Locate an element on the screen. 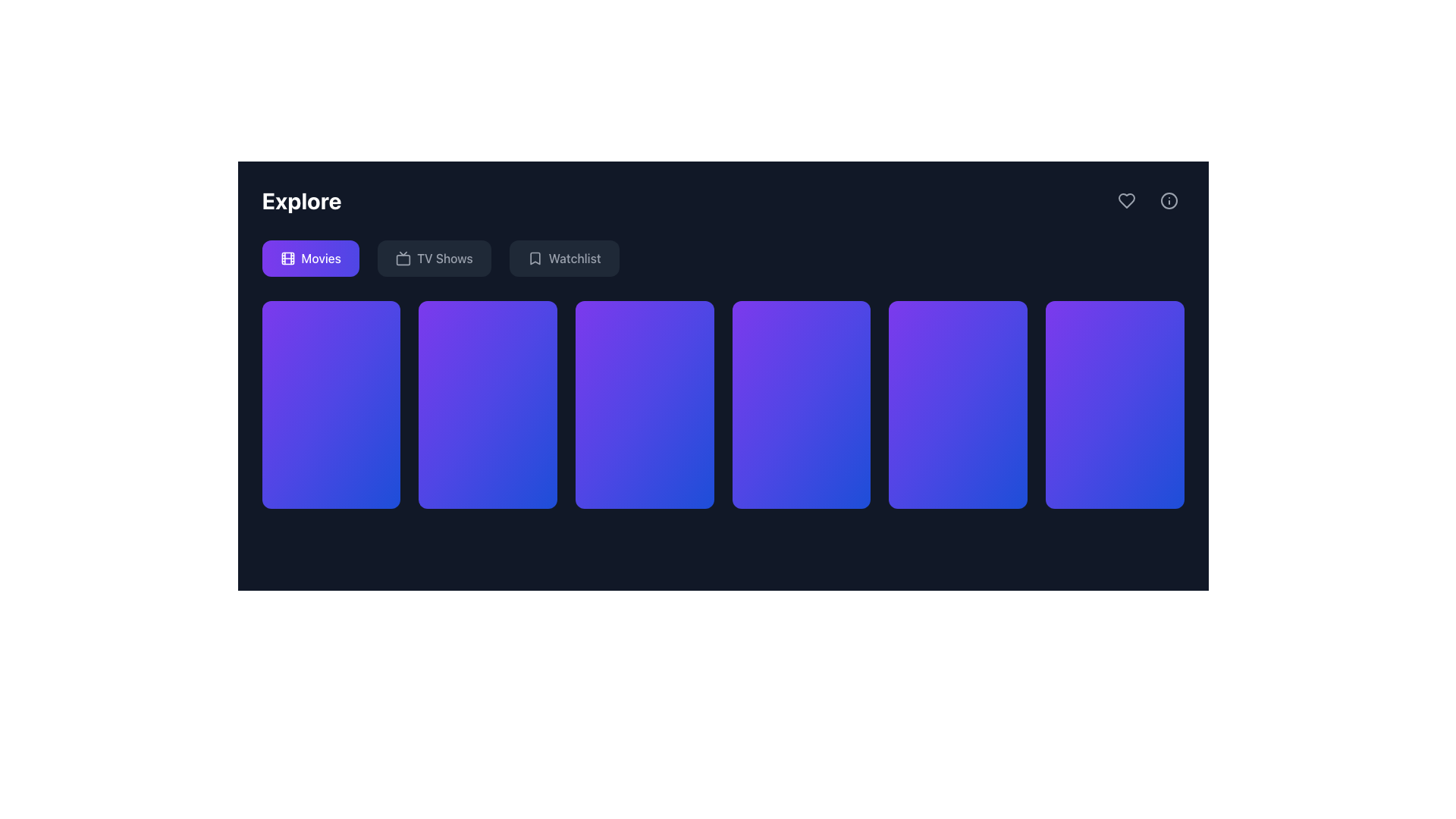 This screenshot has height=819, width=1456. the 'Watchlist' icon located at the center of the 'Watchlist' button in the top-right section of the category row is located at coordinates (535, 257).